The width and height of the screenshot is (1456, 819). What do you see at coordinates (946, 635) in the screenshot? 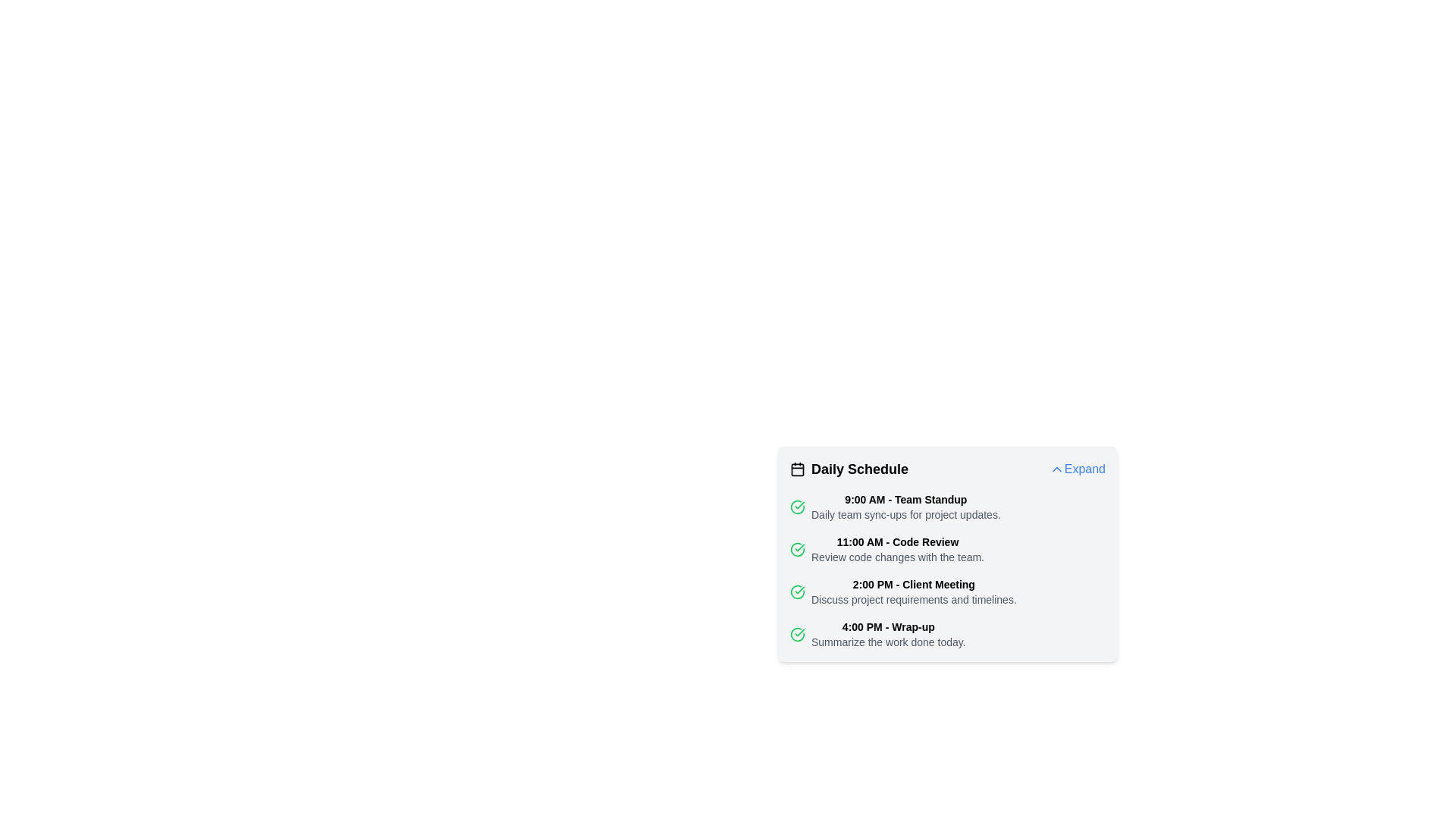
I see `the scheduled event list item that displays '4:00 PM - Wrap-up' along with its subtext 'Summarize the work done today.'` at bounding box center [946, 635].